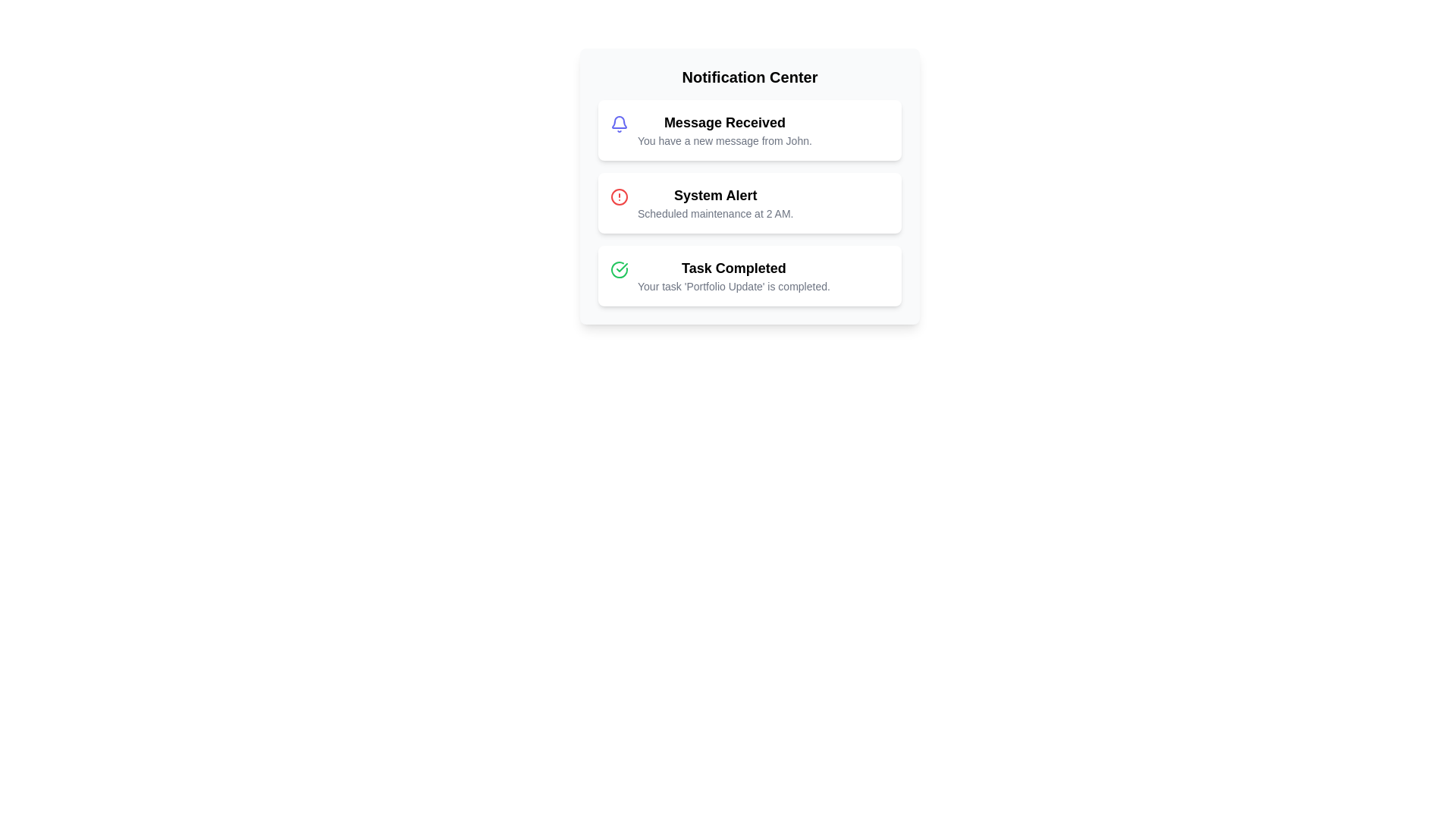 This screenshot has width=1456, height=819. What do you see at coordinates (749, 202) in the screenshot?
I see `the notification titled 'System Alert' to view its details` at bounding box center [749, 202].